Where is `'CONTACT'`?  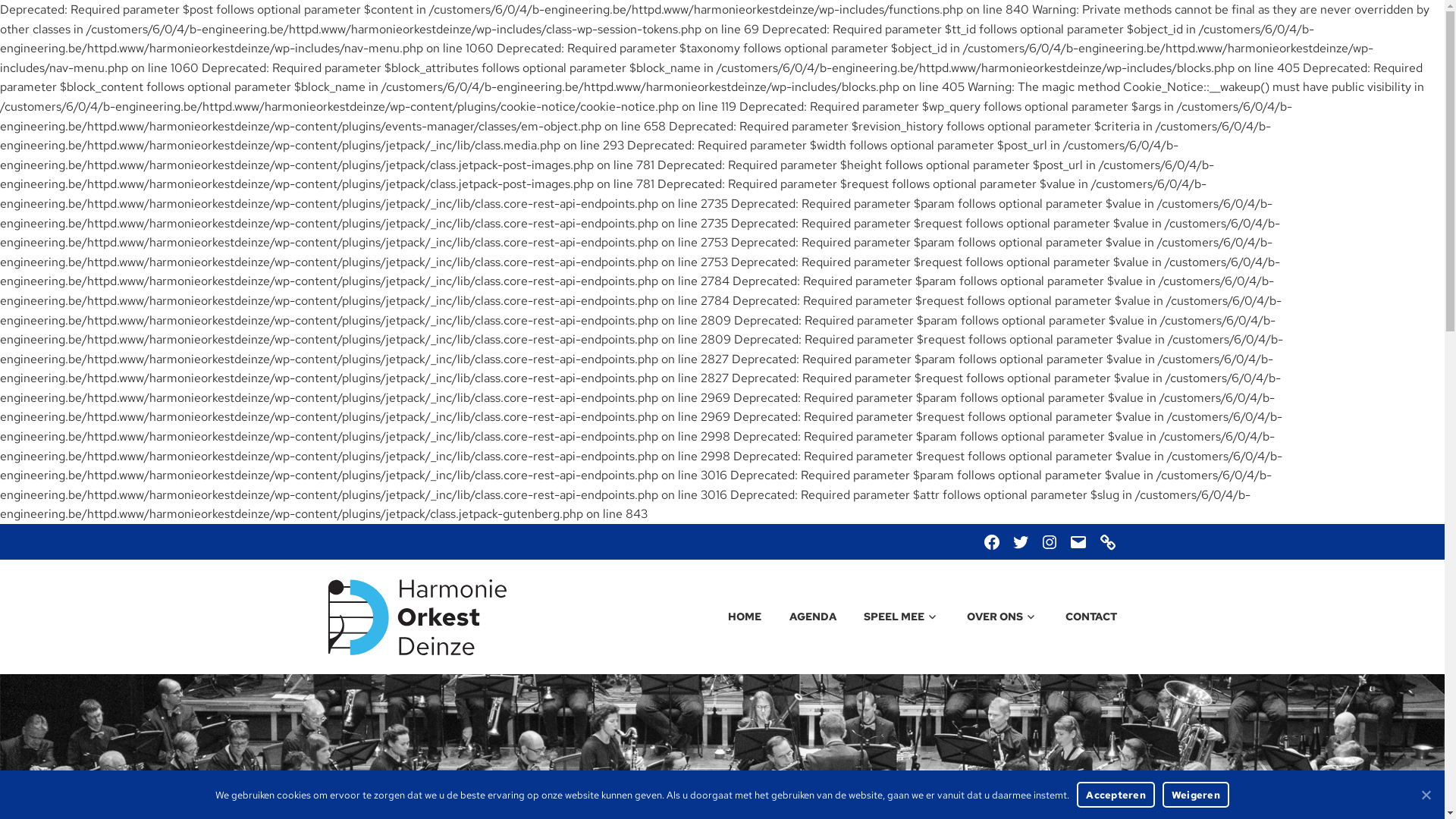
'CONTACT' is located at coordinates (1077, 617).